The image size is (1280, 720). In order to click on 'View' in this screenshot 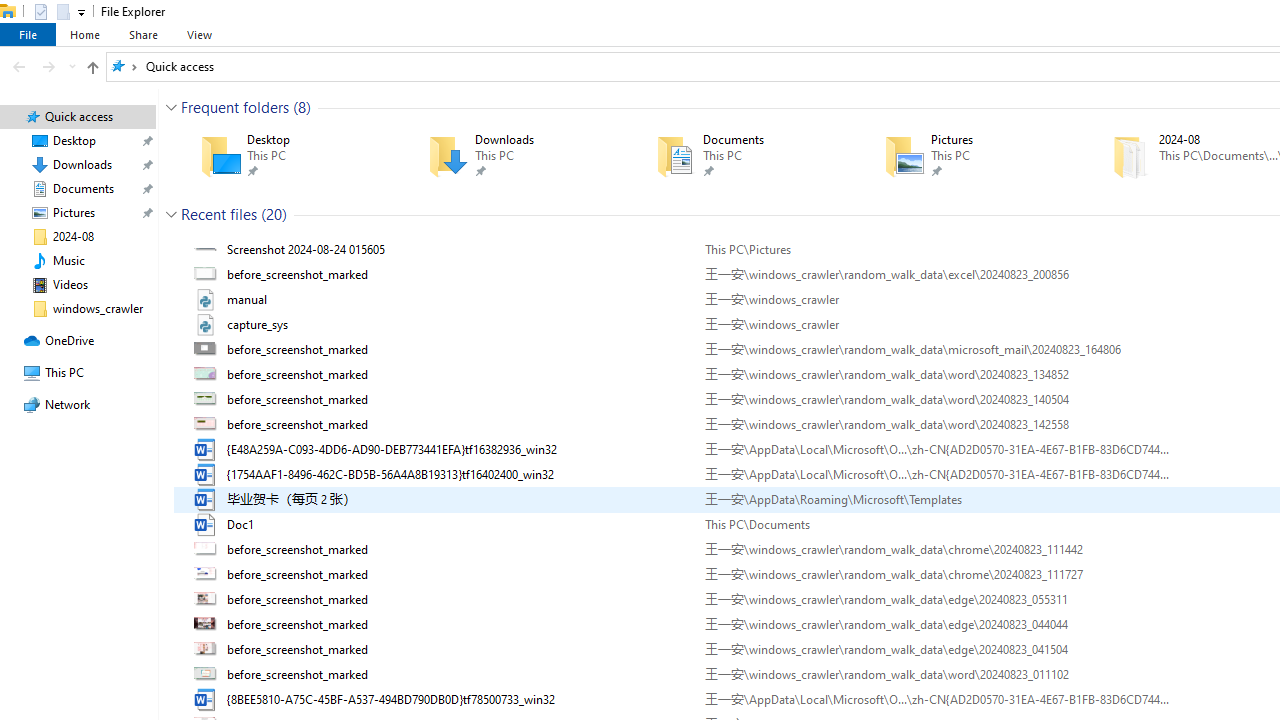, I will do `click(199, 34)`.